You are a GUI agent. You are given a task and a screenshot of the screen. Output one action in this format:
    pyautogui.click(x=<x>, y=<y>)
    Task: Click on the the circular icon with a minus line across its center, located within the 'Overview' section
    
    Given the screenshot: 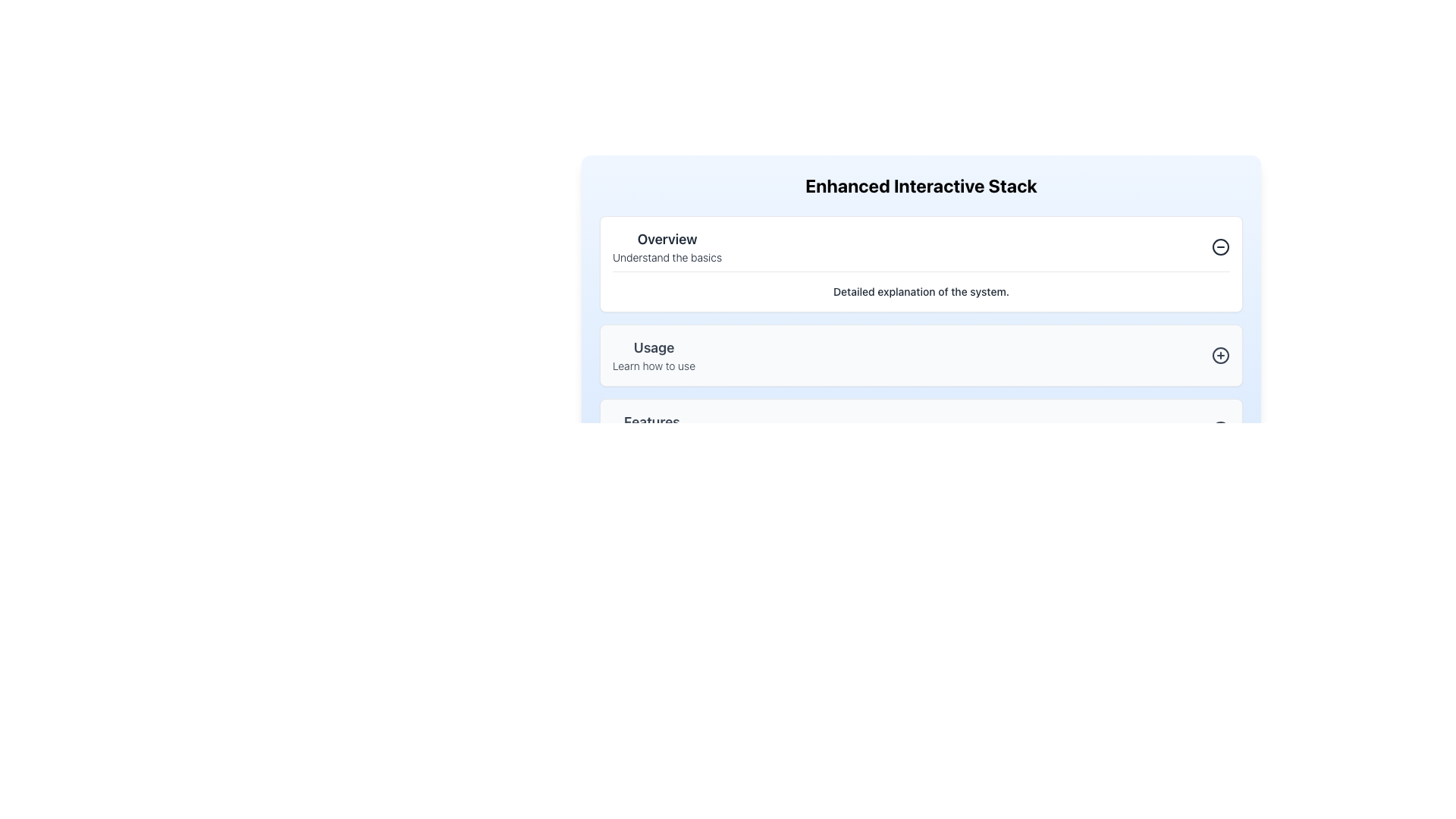 What is the action you would take?
    pyautogui.click(x=1220, y=246)
    